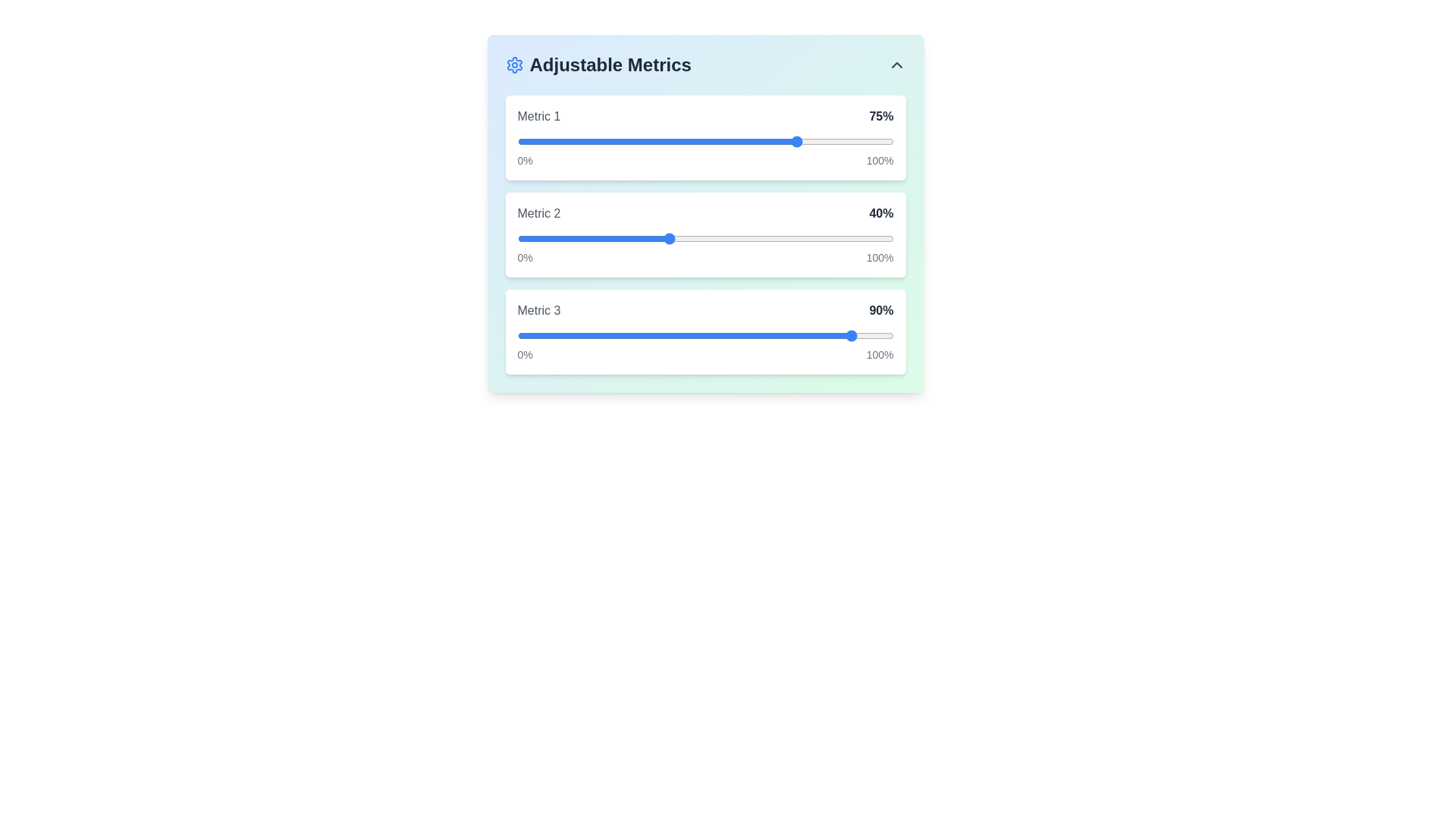 The height and width of the screenshot is (819, 1456). What do you see at coordinates (863, 141) in the screenshot?
I see `the slider` at bounding box center [863, 141].